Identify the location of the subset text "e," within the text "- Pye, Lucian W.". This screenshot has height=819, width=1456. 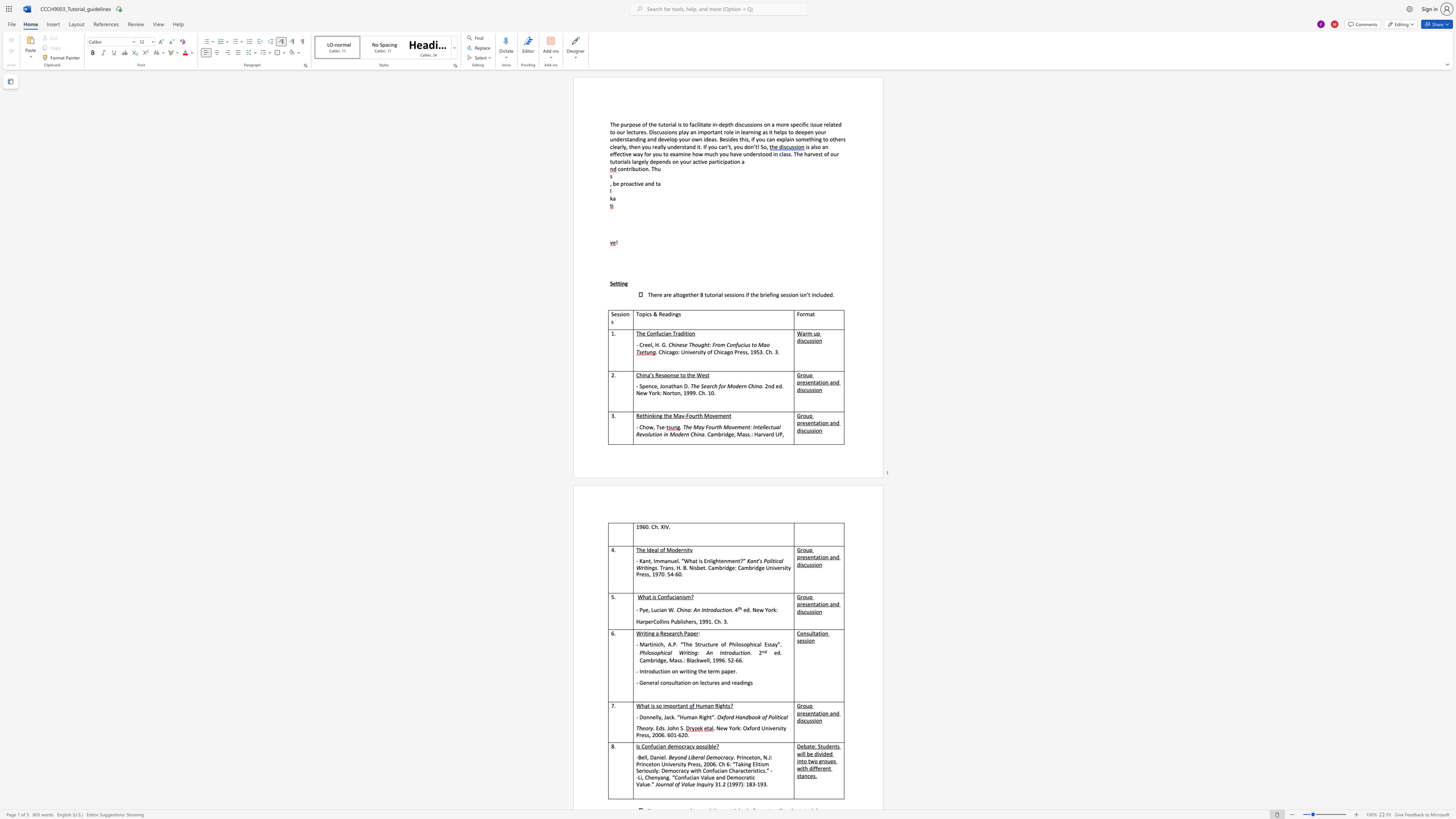
(644, 610).